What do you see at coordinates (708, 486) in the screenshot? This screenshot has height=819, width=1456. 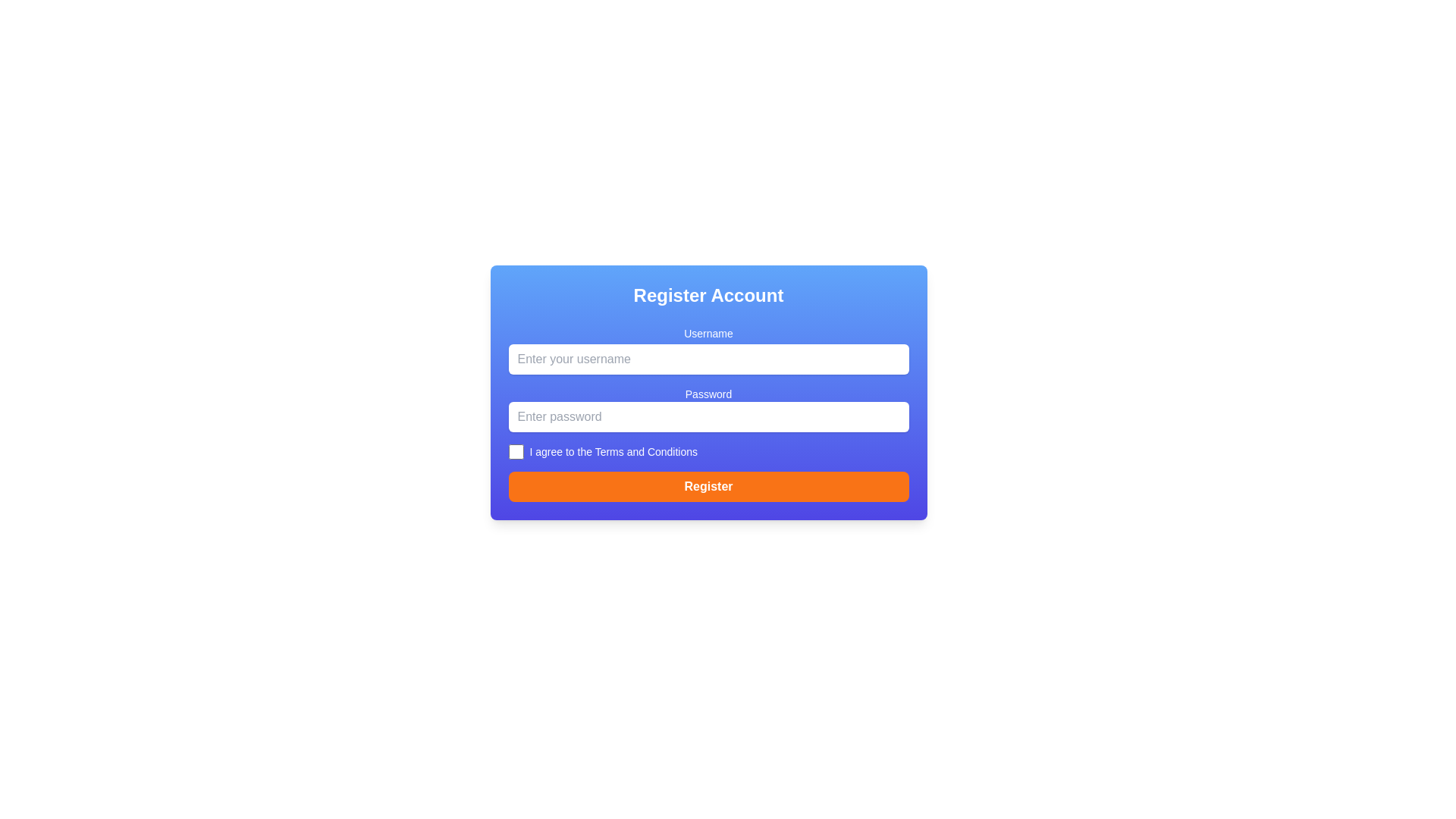 I see `the submit button located at the bottom of the registration form` at bounding box center [708, 486].